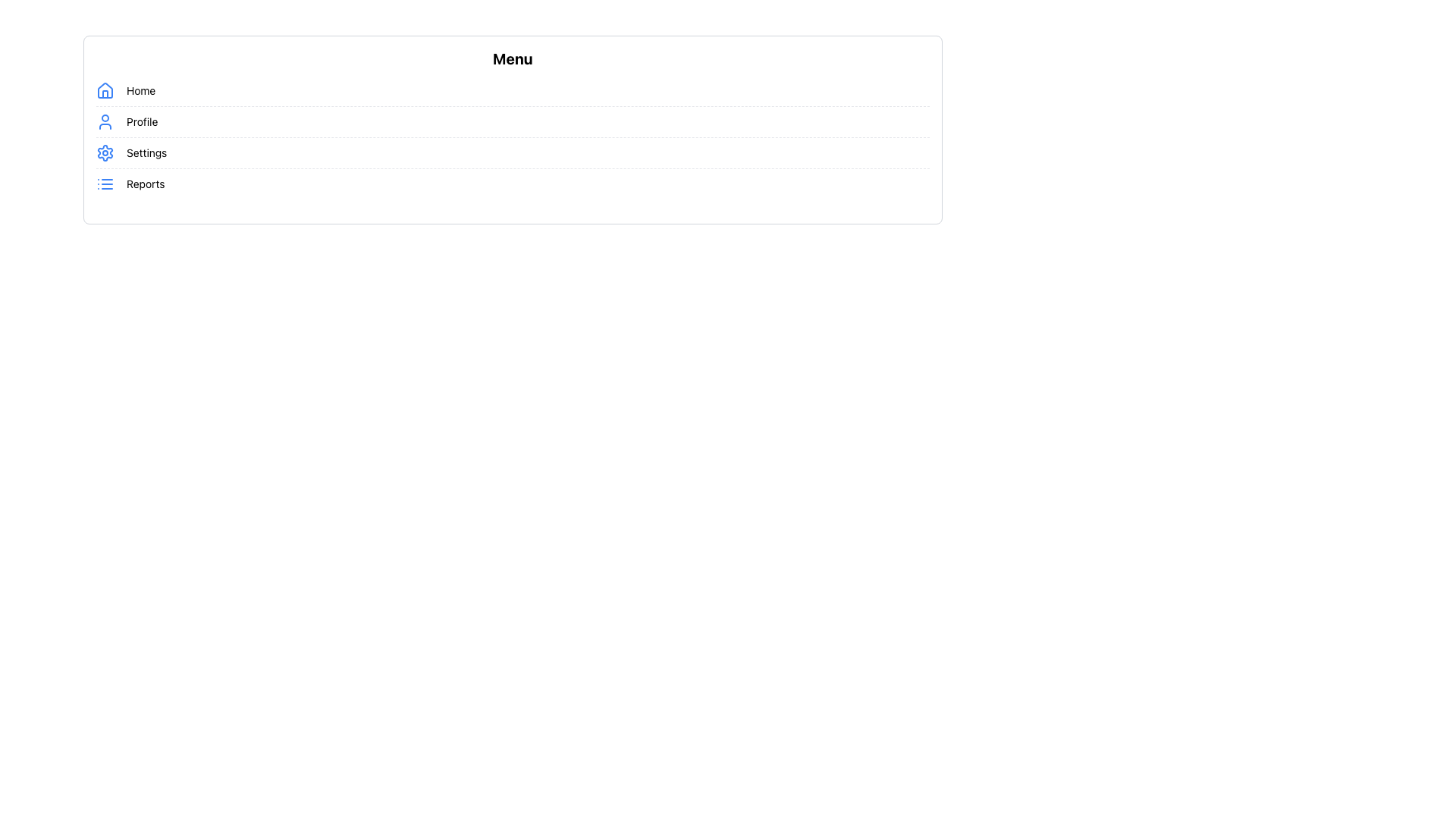  What do you see at coordinates (513, 152) in the screenshot?
I see `the third menu item in the vertical list of menu options` at bounding box center [513, 152].